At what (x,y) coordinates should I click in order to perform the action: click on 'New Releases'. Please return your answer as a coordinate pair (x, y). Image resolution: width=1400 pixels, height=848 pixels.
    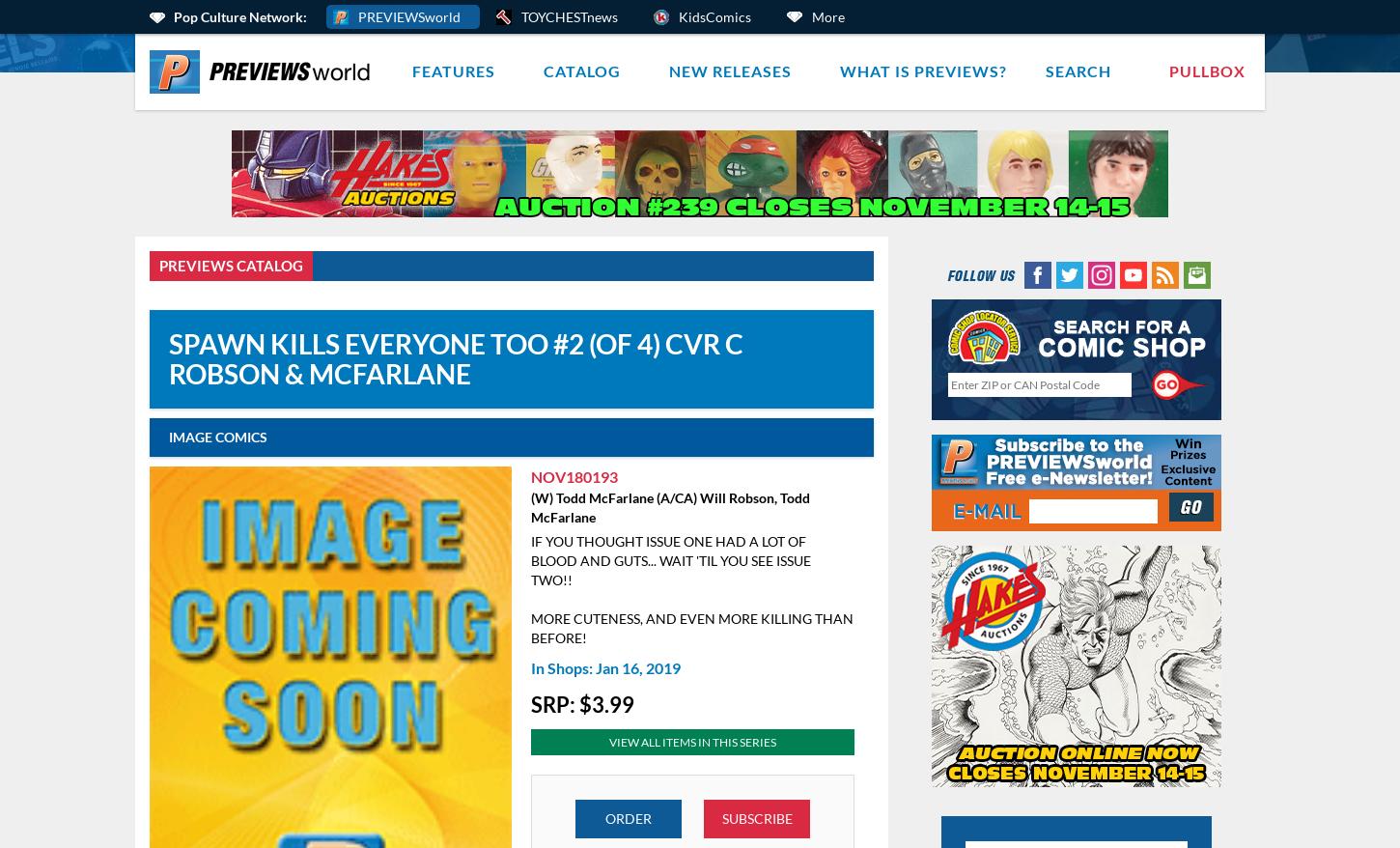
    Looking at the image, I should click on (730, 71).